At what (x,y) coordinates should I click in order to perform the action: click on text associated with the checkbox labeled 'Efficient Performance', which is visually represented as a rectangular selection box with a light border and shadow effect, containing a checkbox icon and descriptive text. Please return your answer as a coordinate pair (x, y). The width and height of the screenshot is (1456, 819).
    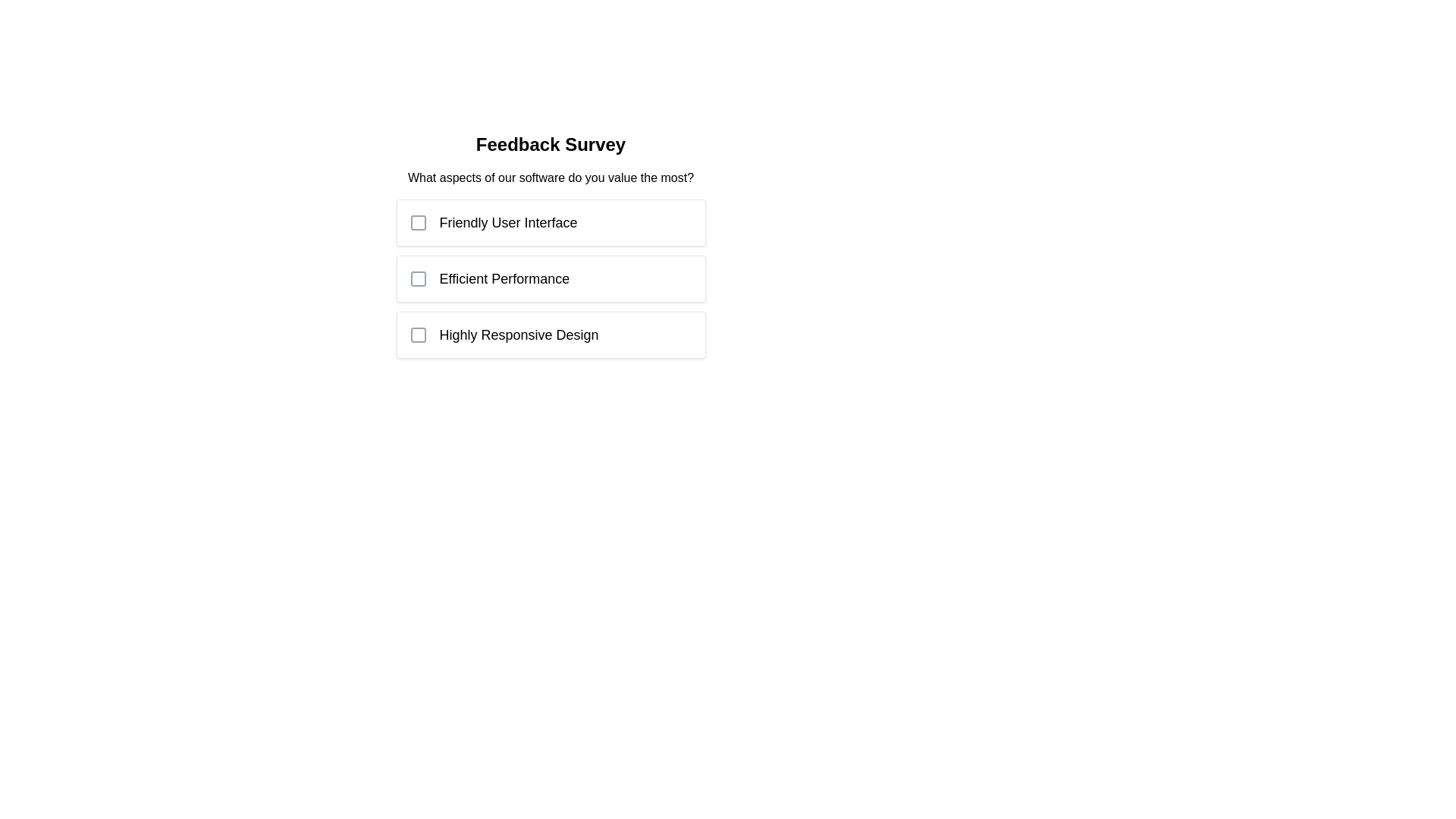
    Looking at the image, I should click on (550, 278).